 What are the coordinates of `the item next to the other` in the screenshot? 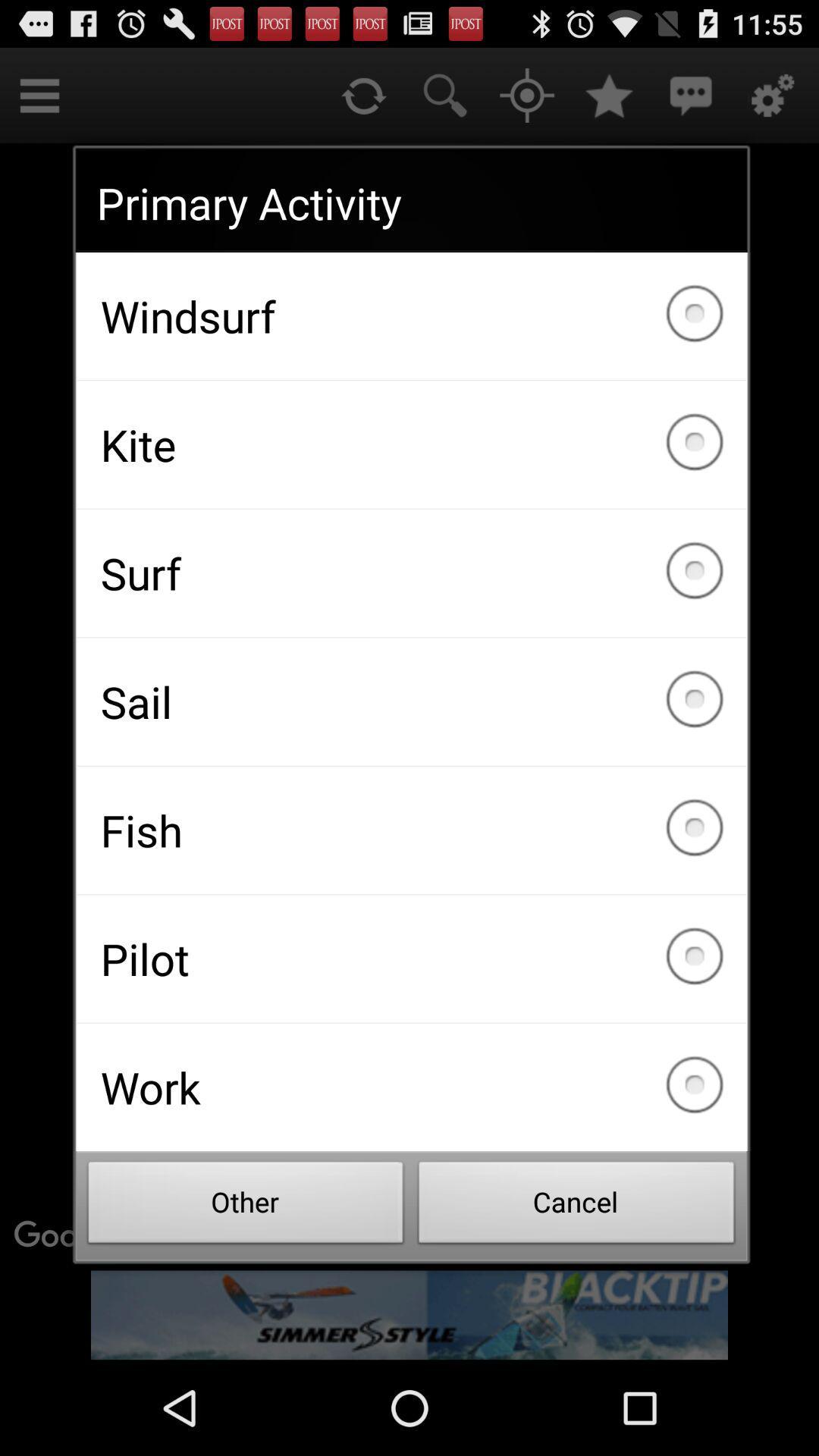 It's located at (576, 1206).